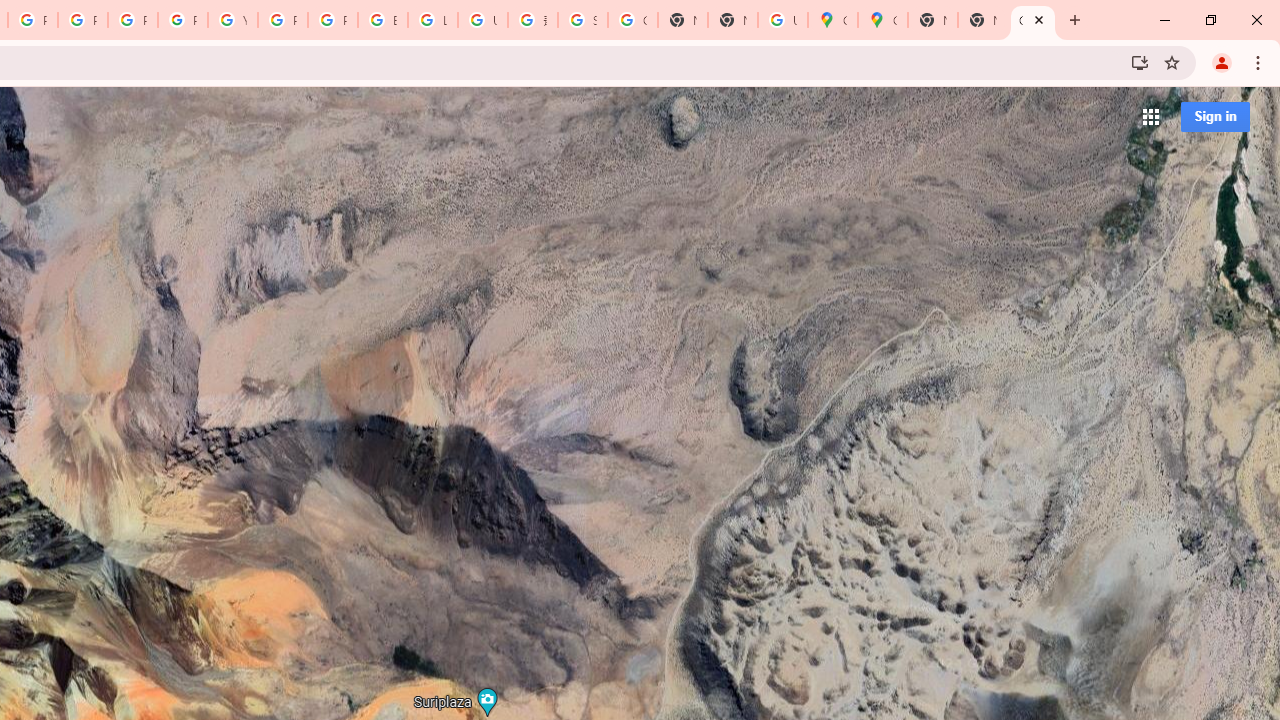  Describe the element at coordinates (131, 20) in the screenshot. I see `'Privacy Help Center - Policies Help'` at that location.